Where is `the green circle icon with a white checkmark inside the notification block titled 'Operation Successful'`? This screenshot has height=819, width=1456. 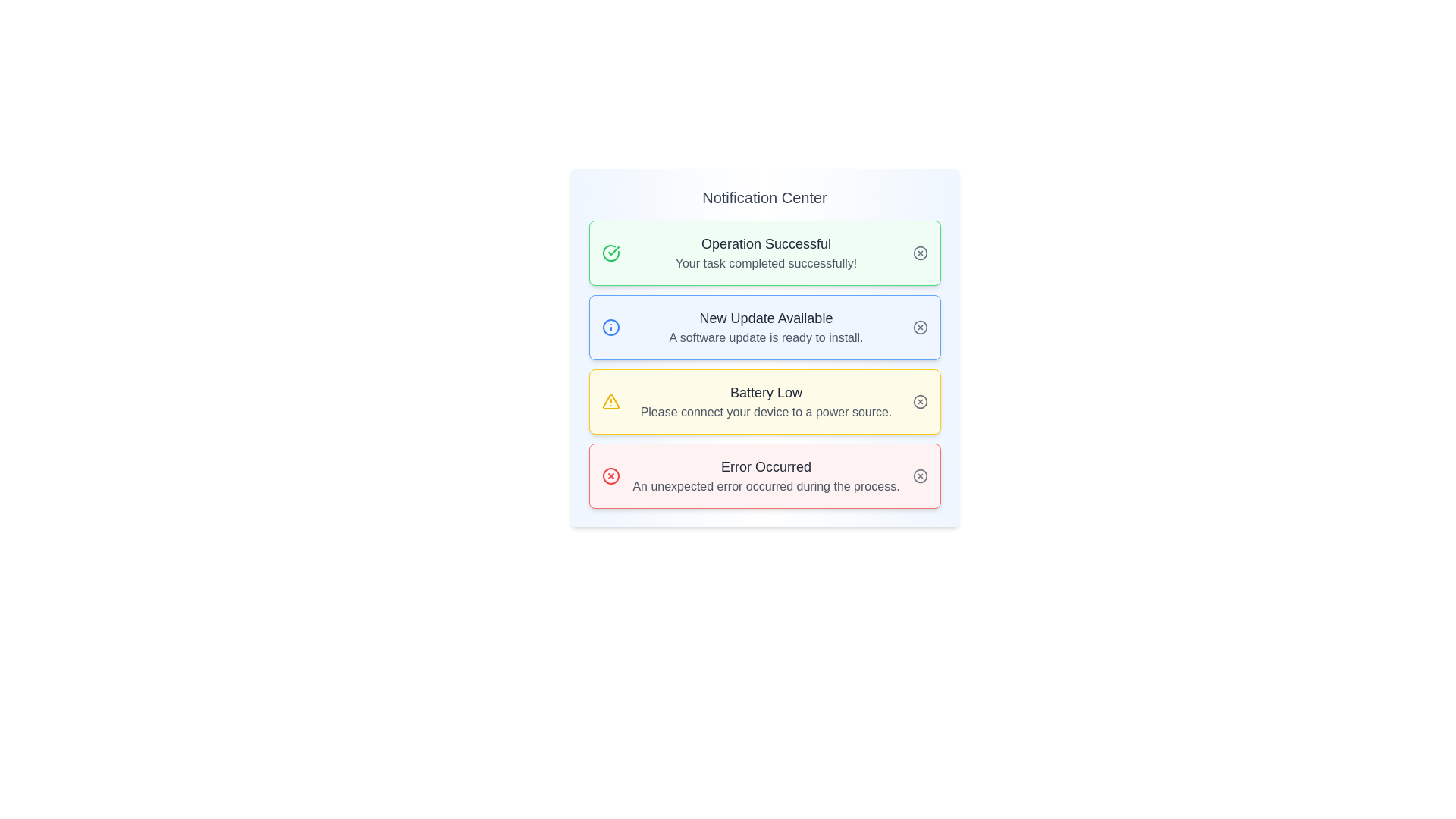 the green circle icon with a white checkmark inside the notification block titled 'Operation Successful' is located at coordinates (610, 253).